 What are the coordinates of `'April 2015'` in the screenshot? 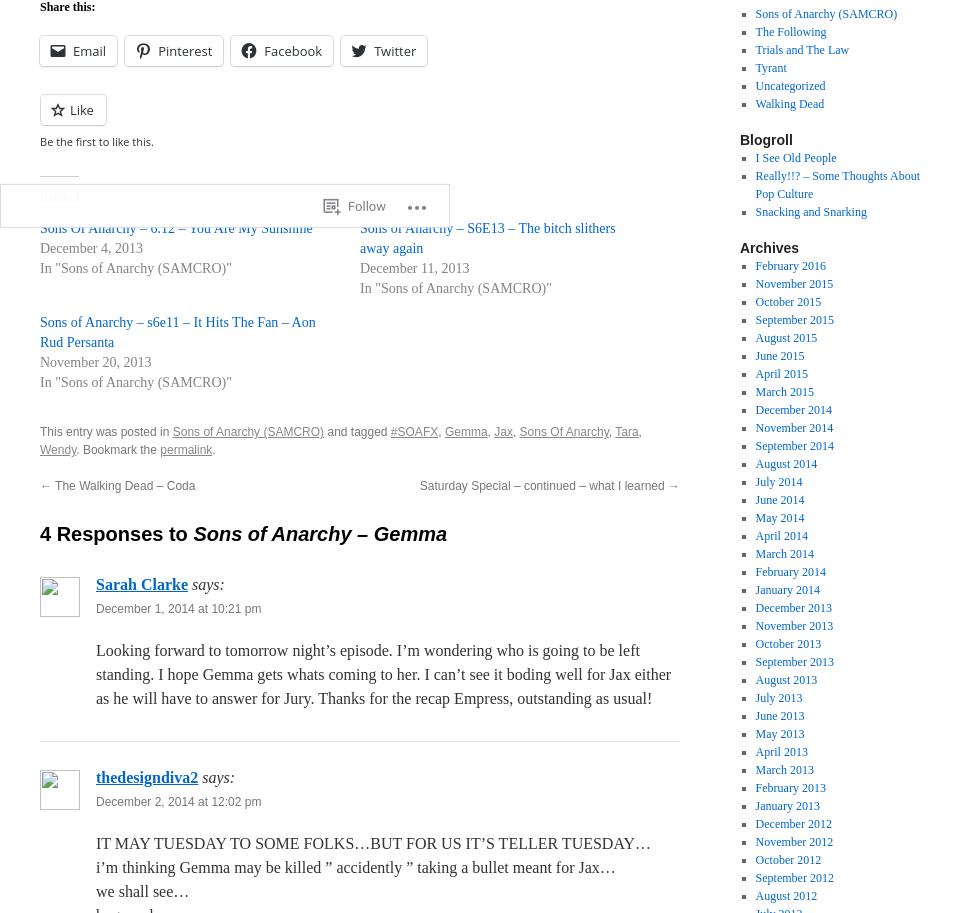 It's located at (780, 372).